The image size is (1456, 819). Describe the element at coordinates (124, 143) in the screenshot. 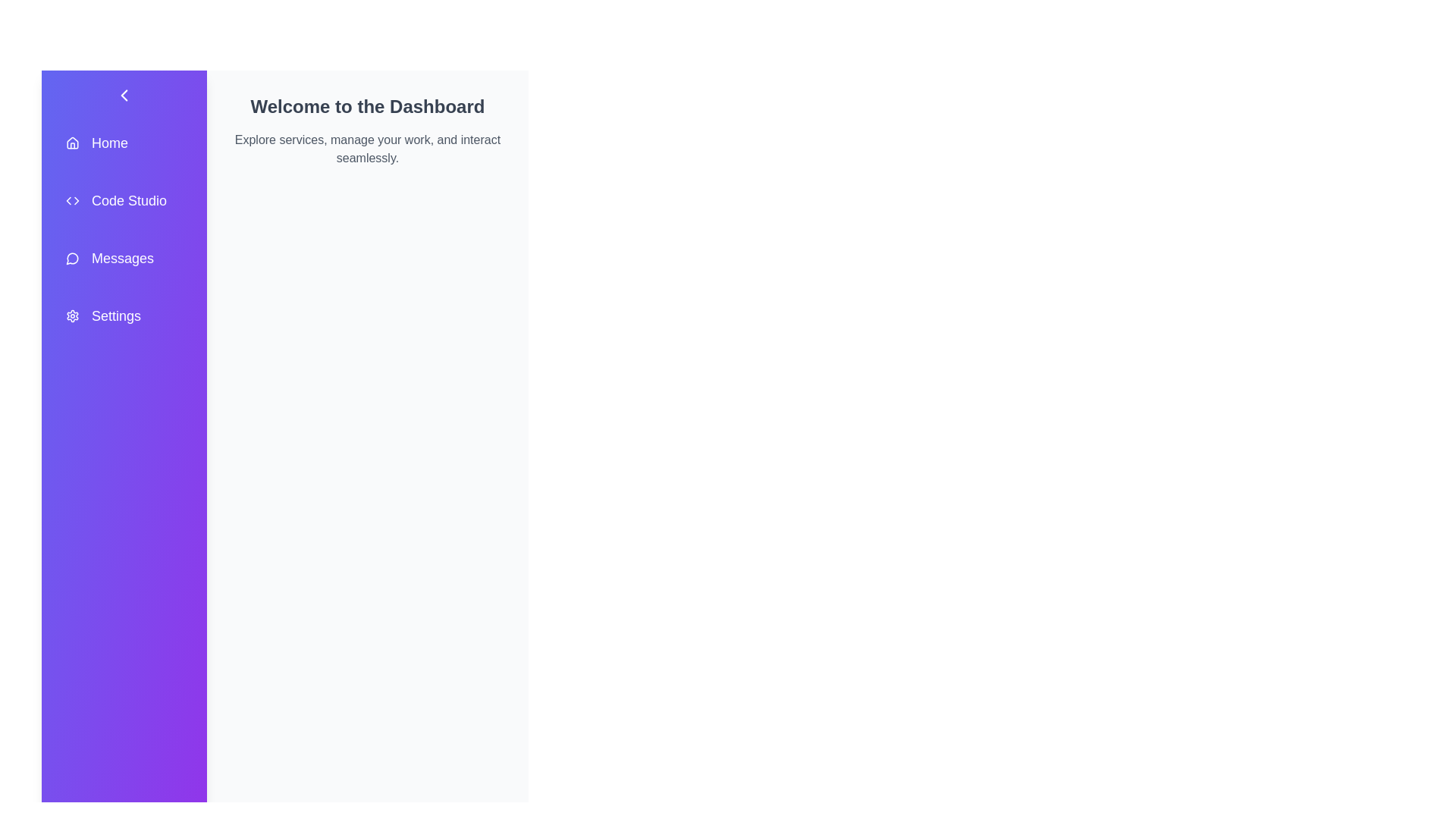

I see `the menu item labeled 'Home' to observe its hover effect` at that location.